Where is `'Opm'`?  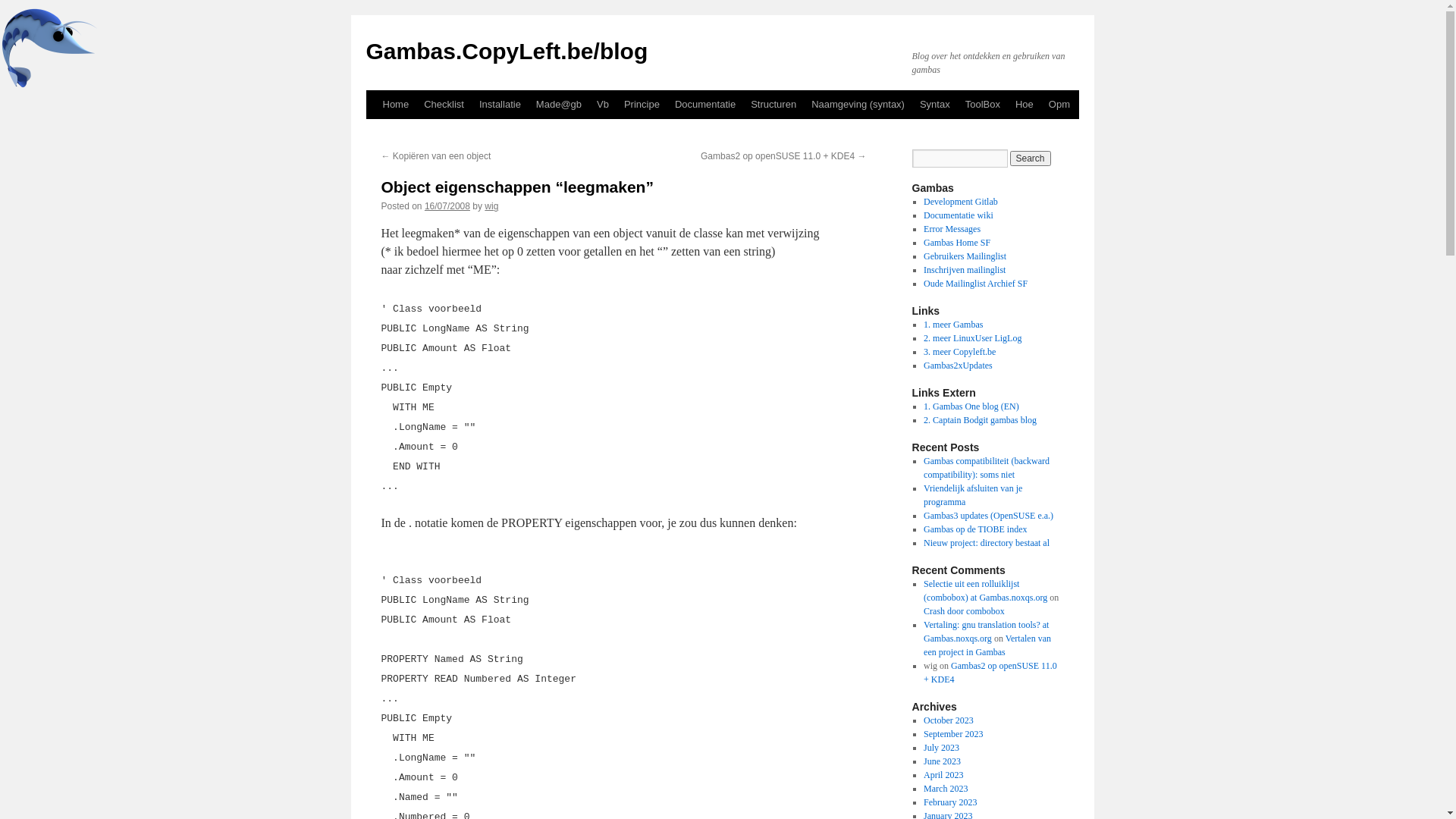 'Opm' is located at coordinates (1040, 104).